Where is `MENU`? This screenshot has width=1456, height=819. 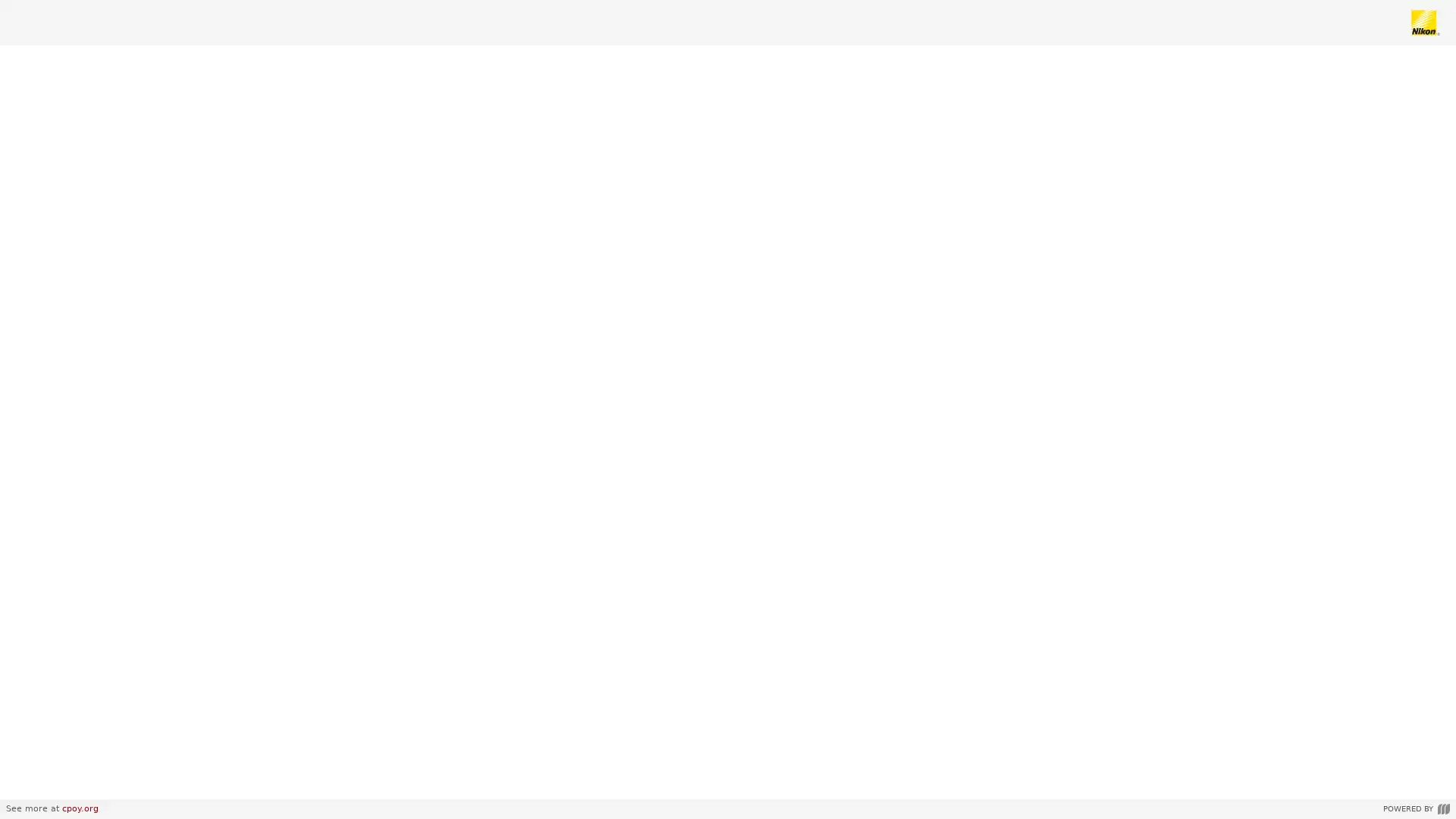
MENU is located at coordinates (26, 783).